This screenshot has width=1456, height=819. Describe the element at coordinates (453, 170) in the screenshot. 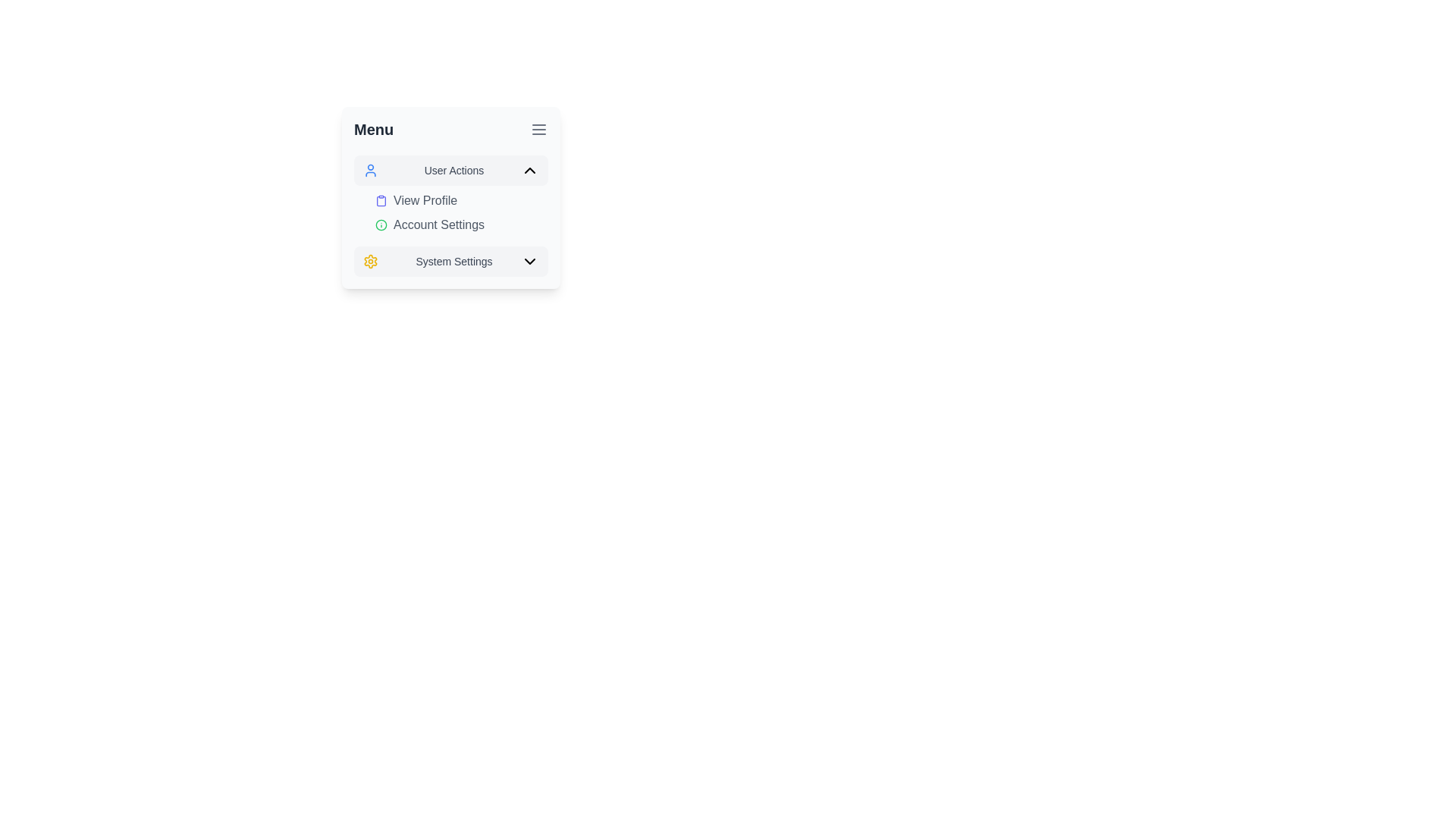

I see `the static text label displaying 'User Actions', which is positioned between the user icon on the left and the chevron icon on the right in a vertical navigation menu` at that location.